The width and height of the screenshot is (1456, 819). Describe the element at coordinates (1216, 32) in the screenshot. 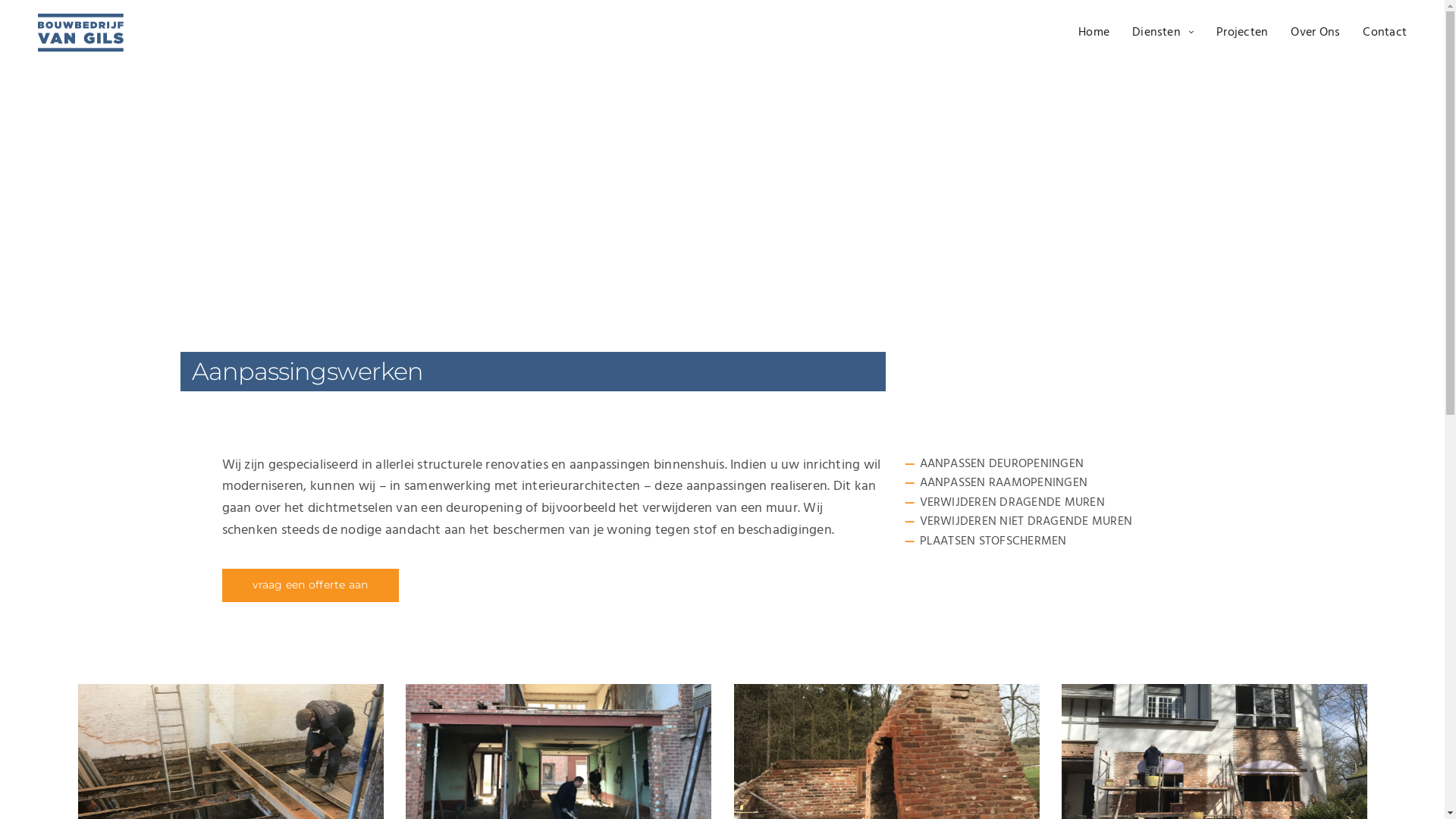

I see `'Projecten'` at that location.